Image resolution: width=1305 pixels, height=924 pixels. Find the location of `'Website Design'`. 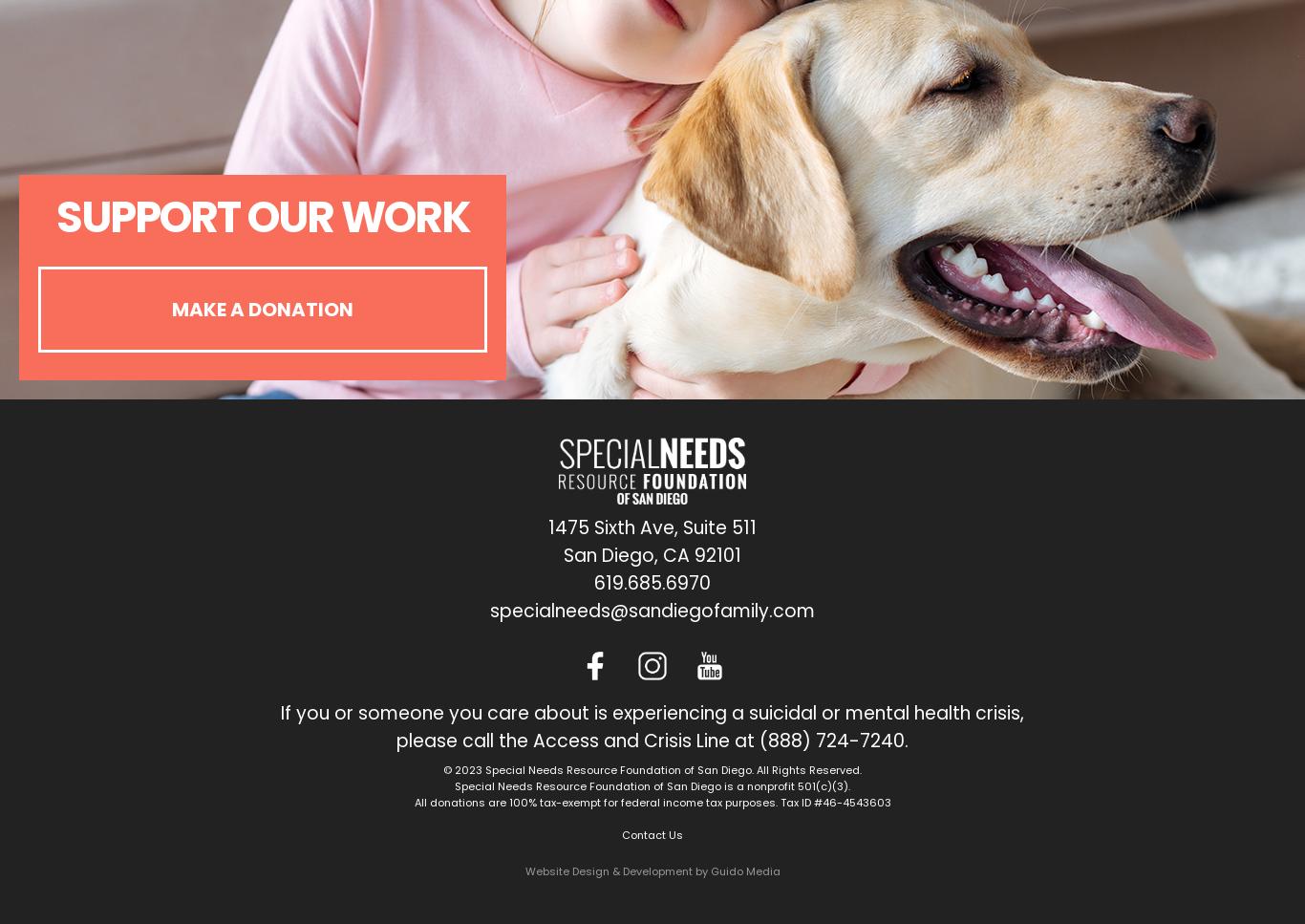

'Website Design' is located at coordinates (565, 870).